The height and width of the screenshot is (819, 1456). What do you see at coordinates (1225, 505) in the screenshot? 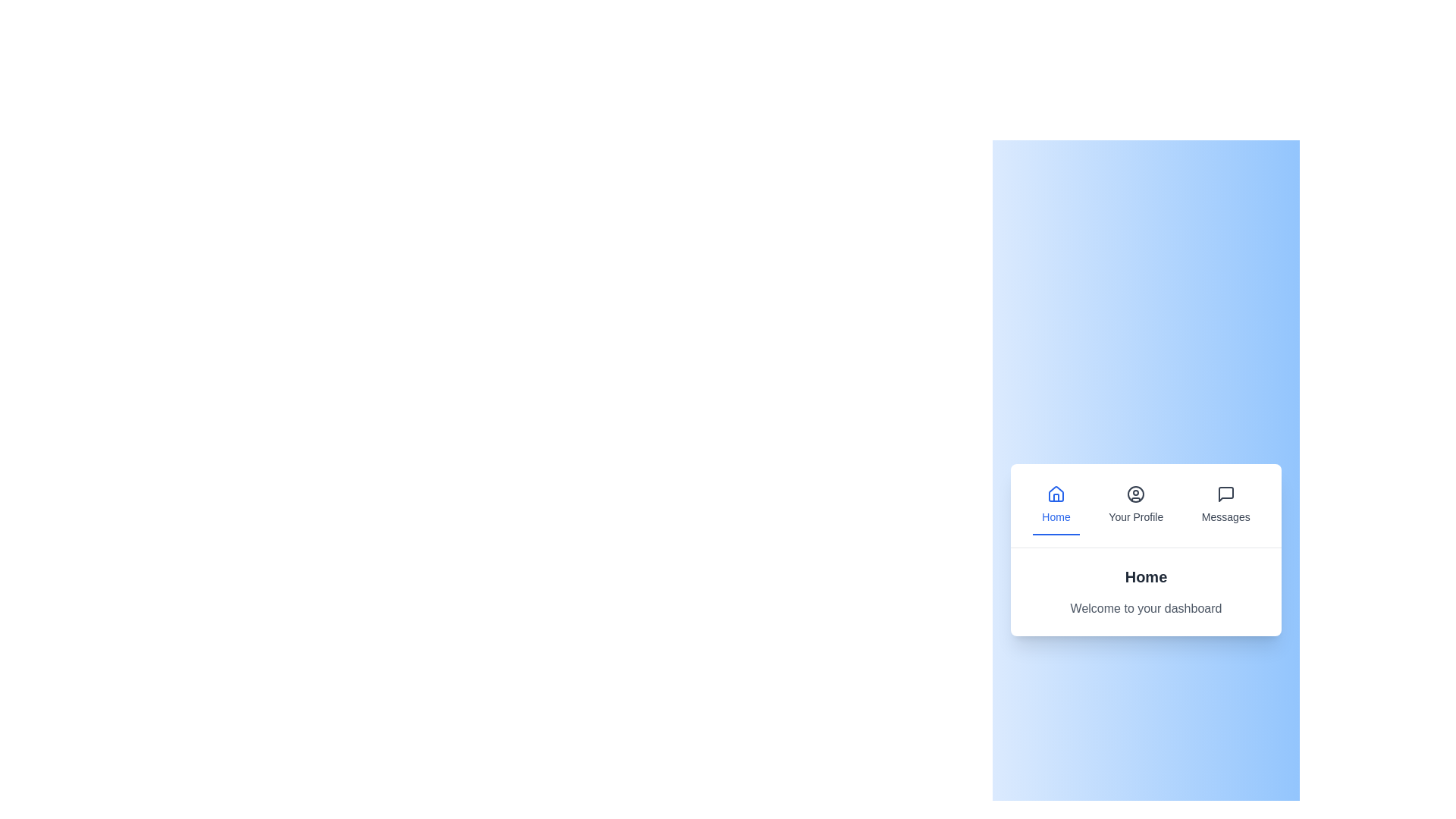
I see `the tab labeled Messages` at bounding box center [1225, 505].